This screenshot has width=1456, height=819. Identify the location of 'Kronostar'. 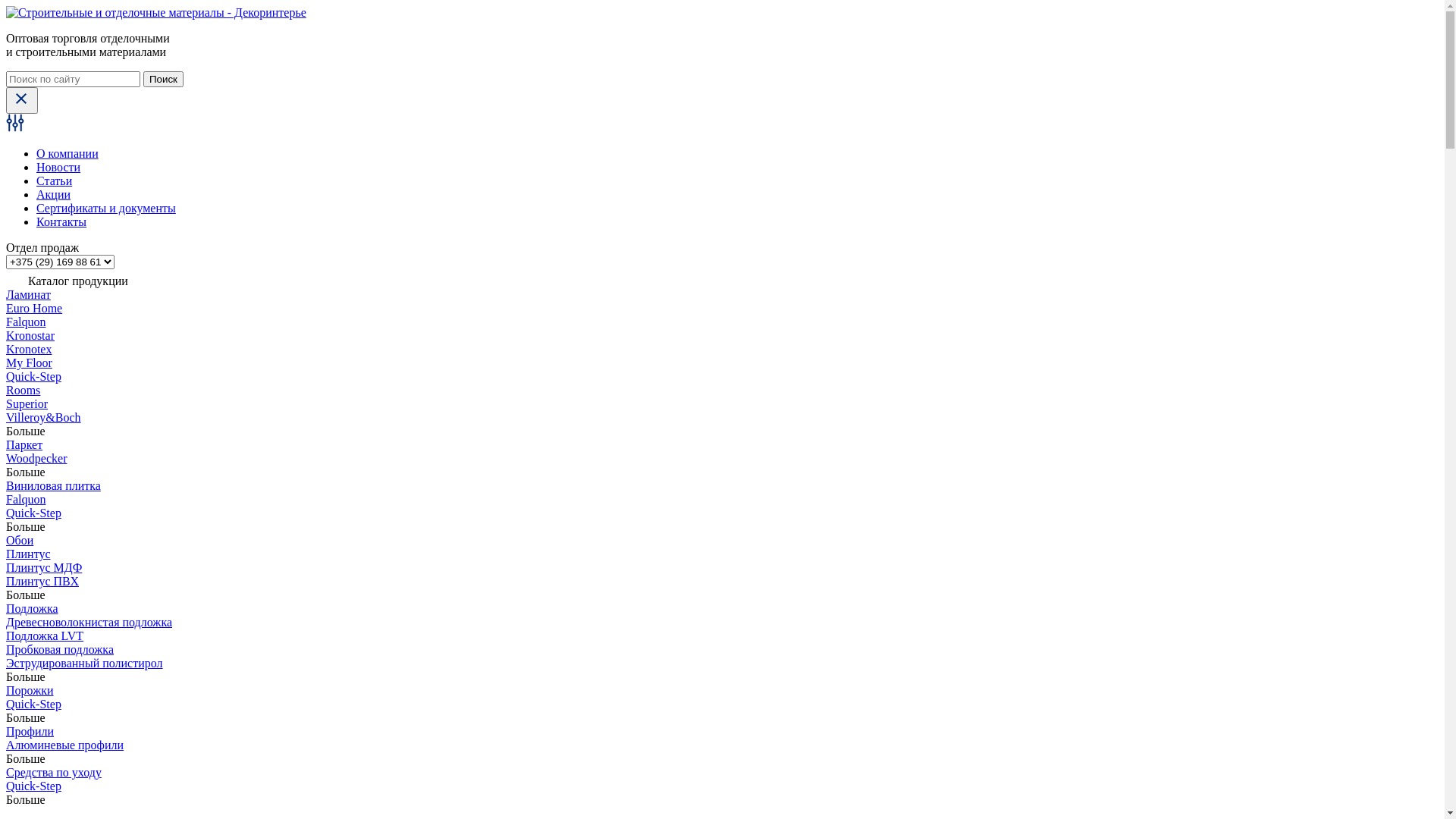
(6, 334).